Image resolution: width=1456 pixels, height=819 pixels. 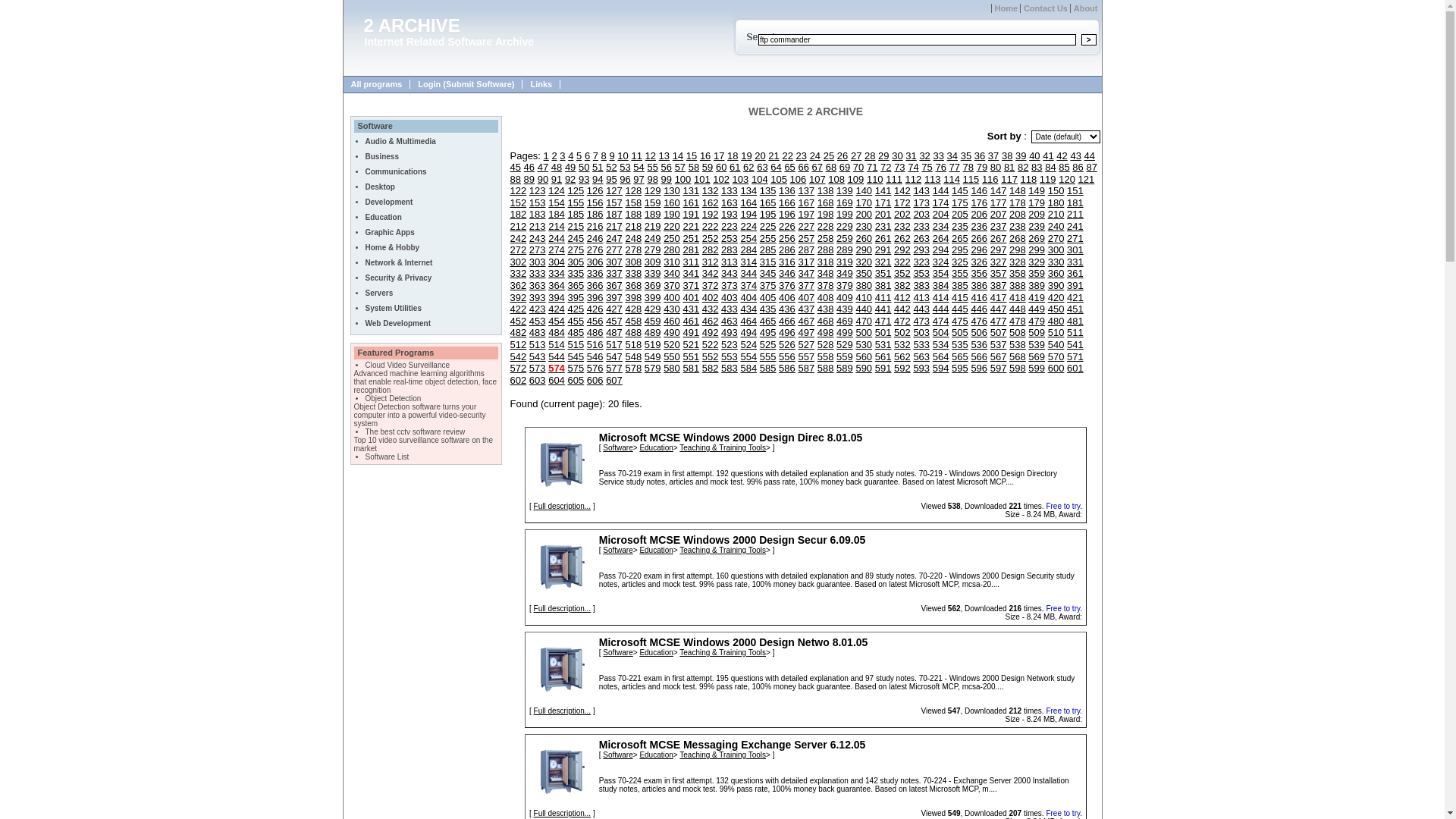 What do you see at coordinates (767, 368) in the screenshot?
I see `'585'` at bounding box center [767, 368].